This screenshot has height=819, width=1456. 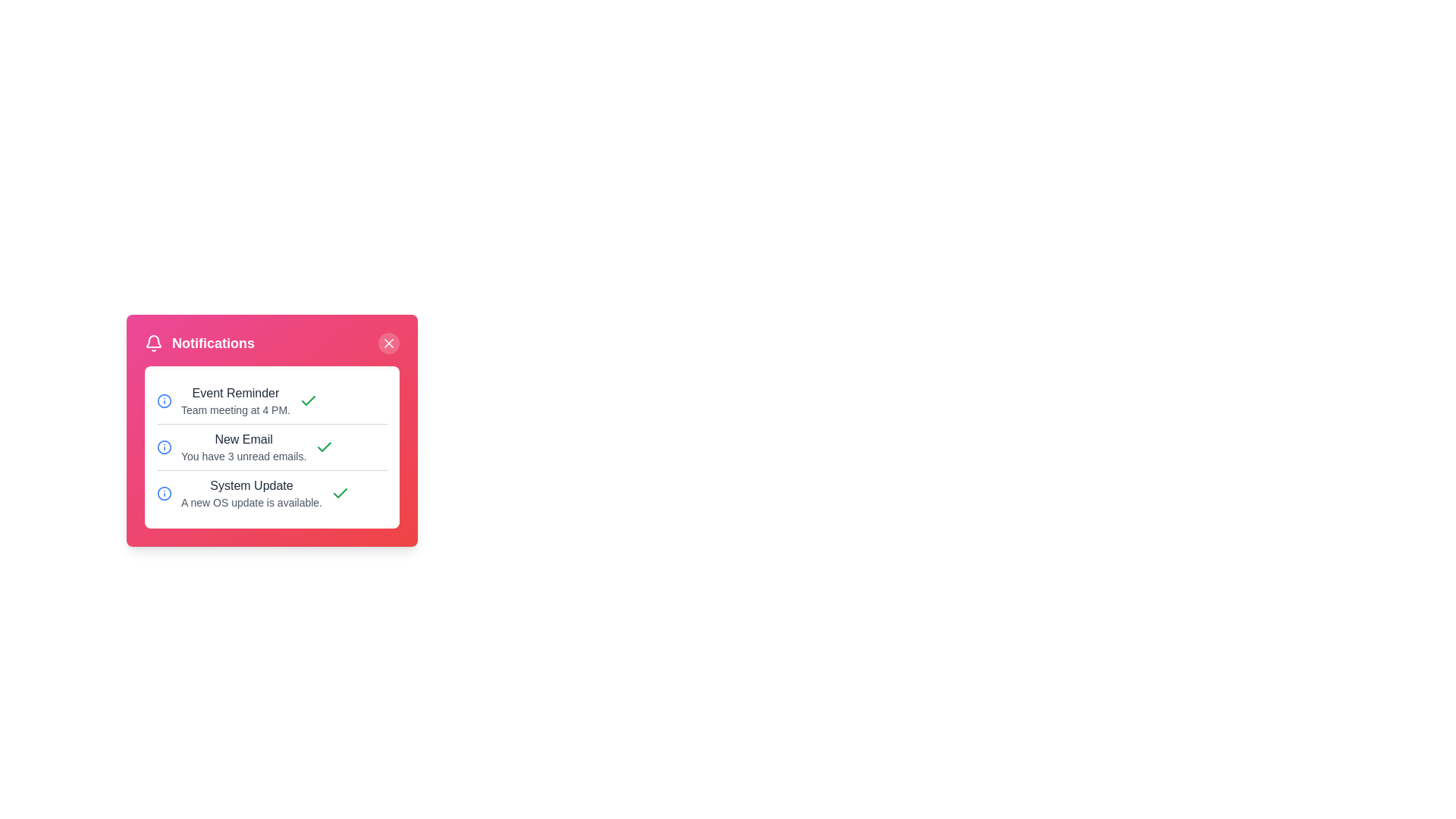 What do you see at coordinates (235, 409) in the screenshot?
I see `the text label displaying timing information for the event reminder, which is located below the 'Event Reminder' heading in the first notification entry` at bounding box center [235, 409].